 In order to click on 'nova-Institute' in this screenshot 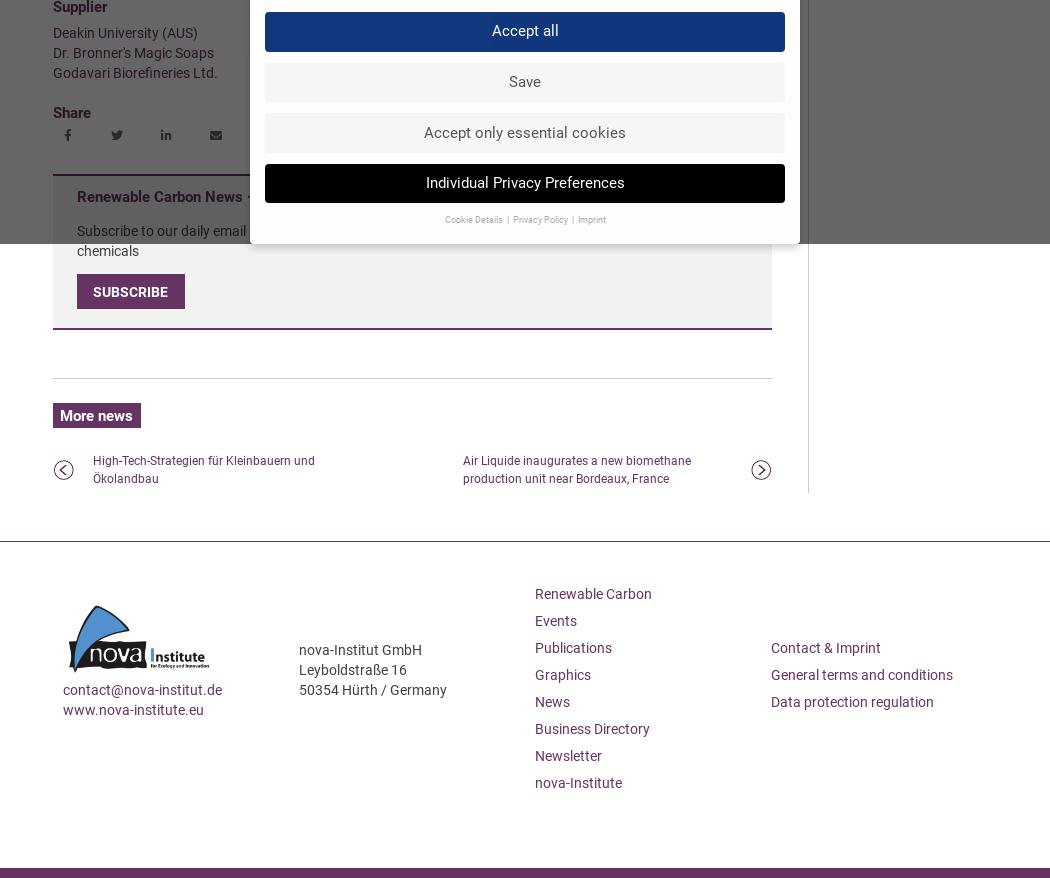, I will do `click(577, 782)`.